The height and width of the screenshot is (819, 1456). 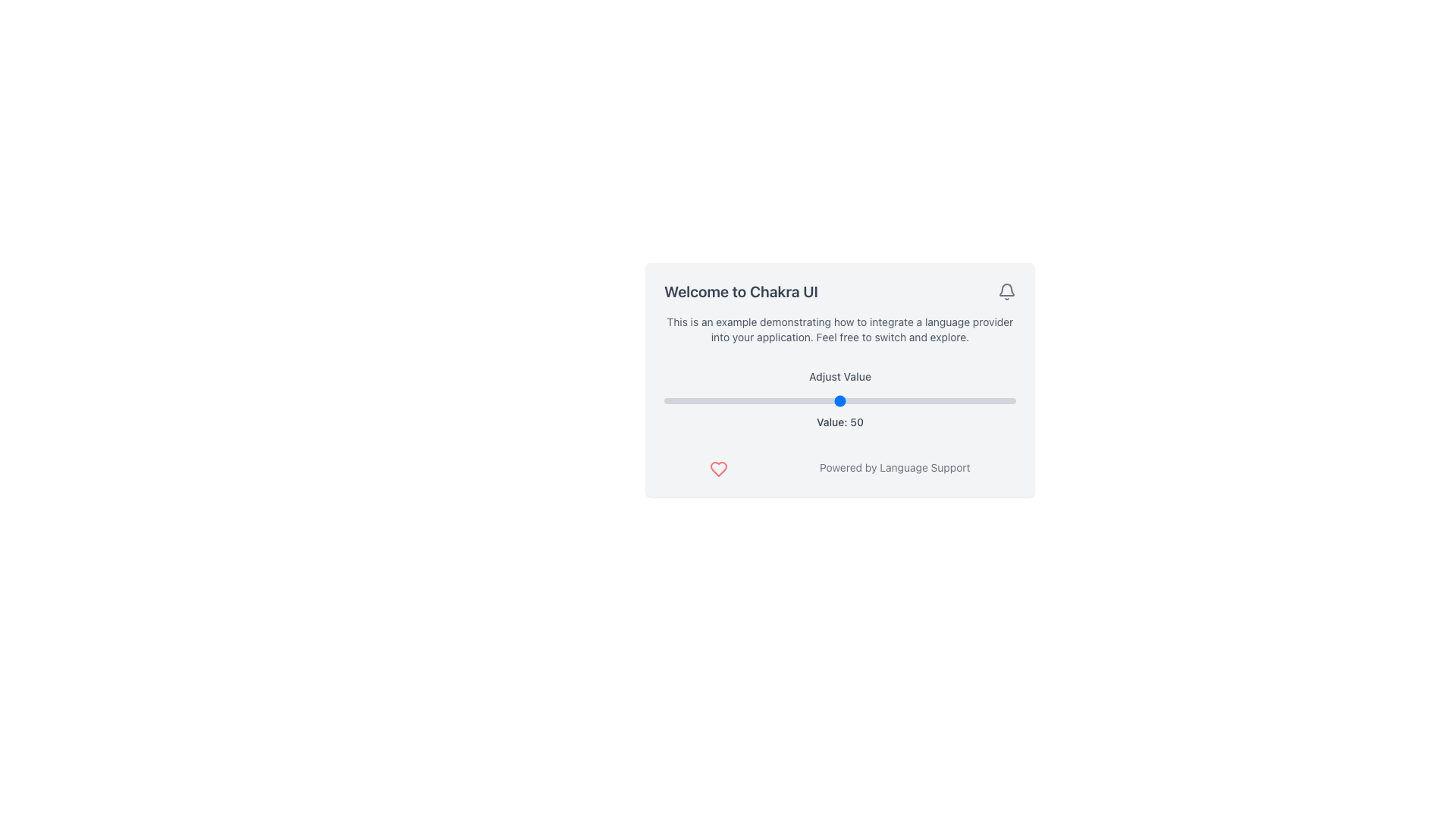 I want to click on the adjustment slider, so click(x=811, y=400).